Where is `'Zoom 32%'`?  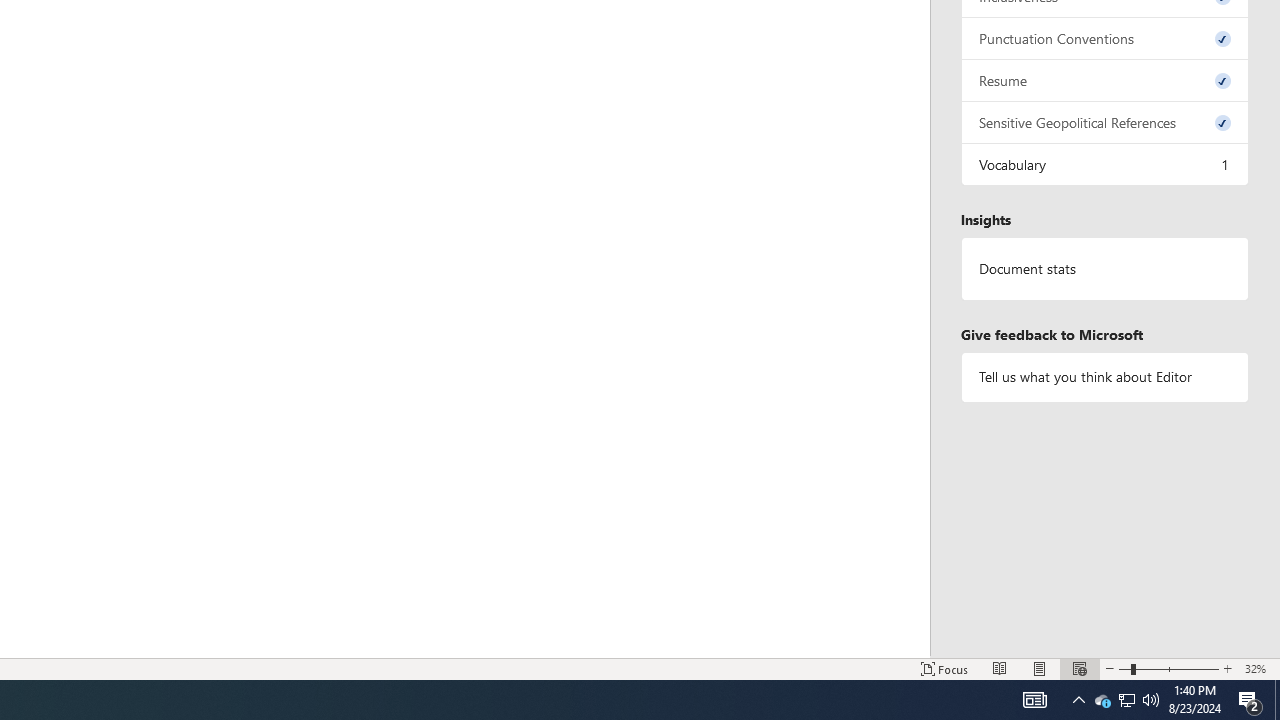
'Zoom 32%' is located at coordinates (1257, 669).